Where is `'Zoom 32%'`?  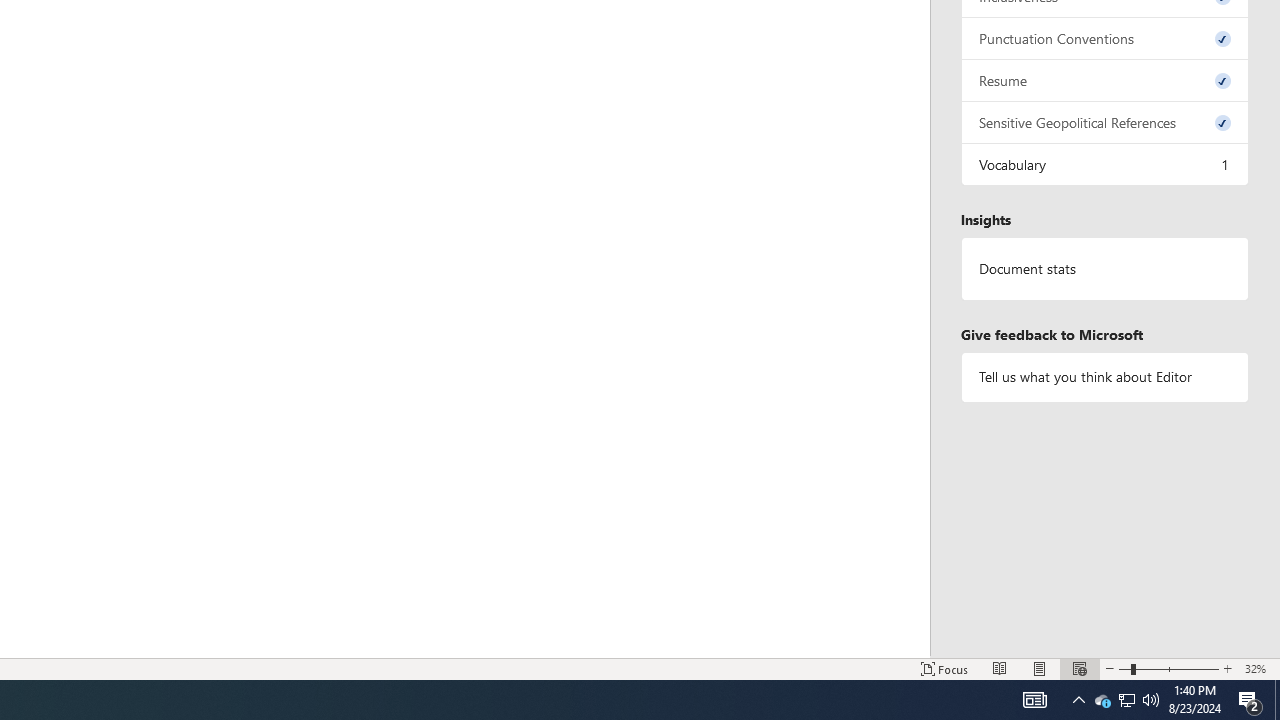
'Zoom 32%' is located at coordinates (1257, 669).